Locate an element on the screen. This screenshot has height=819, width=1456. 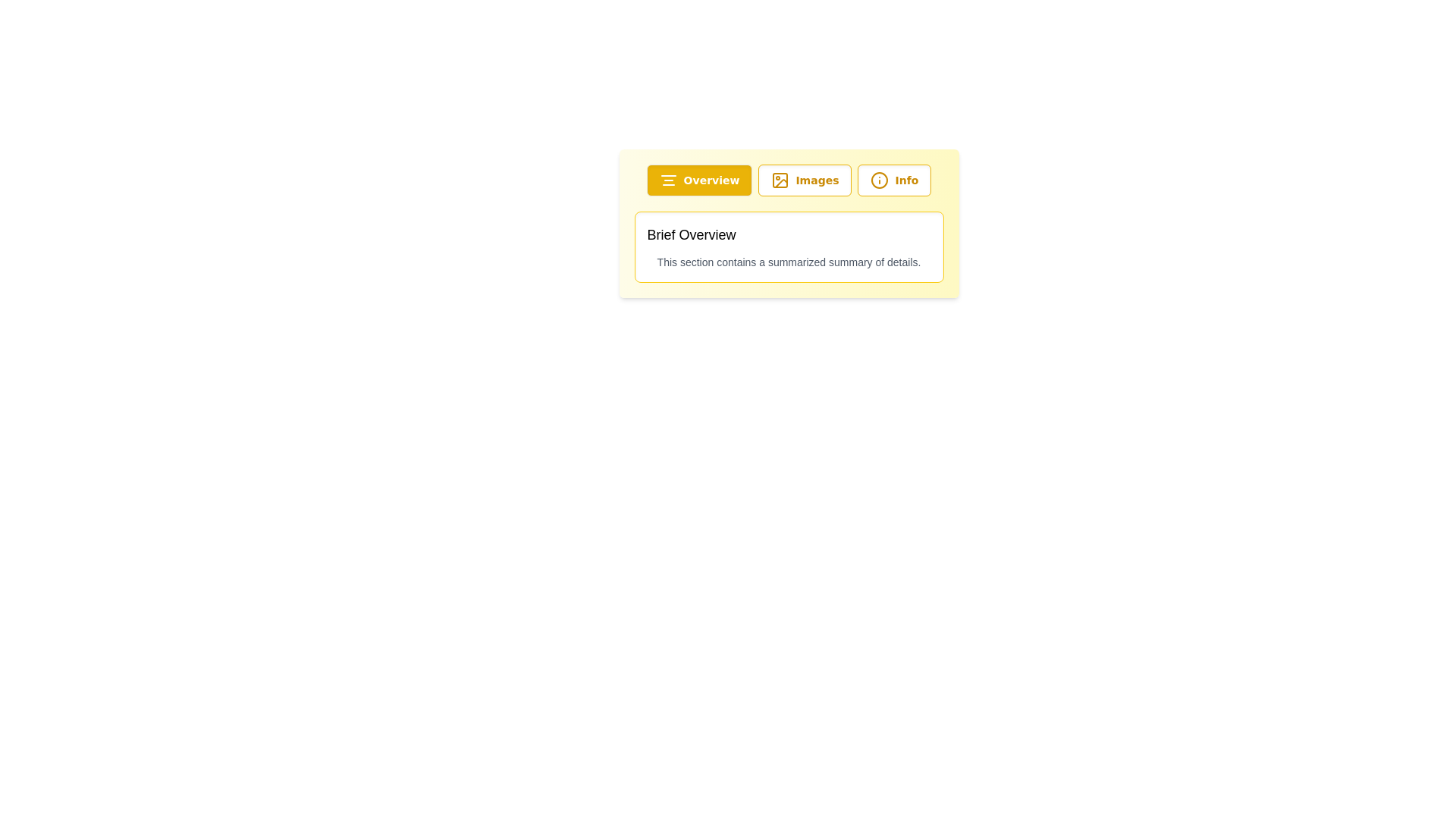
the picture frame icon with a circular detail and diagonal line, which is centrally located within the 'Images' button in the menu row, to trigger visual effects is located at coordinates (780, 180).